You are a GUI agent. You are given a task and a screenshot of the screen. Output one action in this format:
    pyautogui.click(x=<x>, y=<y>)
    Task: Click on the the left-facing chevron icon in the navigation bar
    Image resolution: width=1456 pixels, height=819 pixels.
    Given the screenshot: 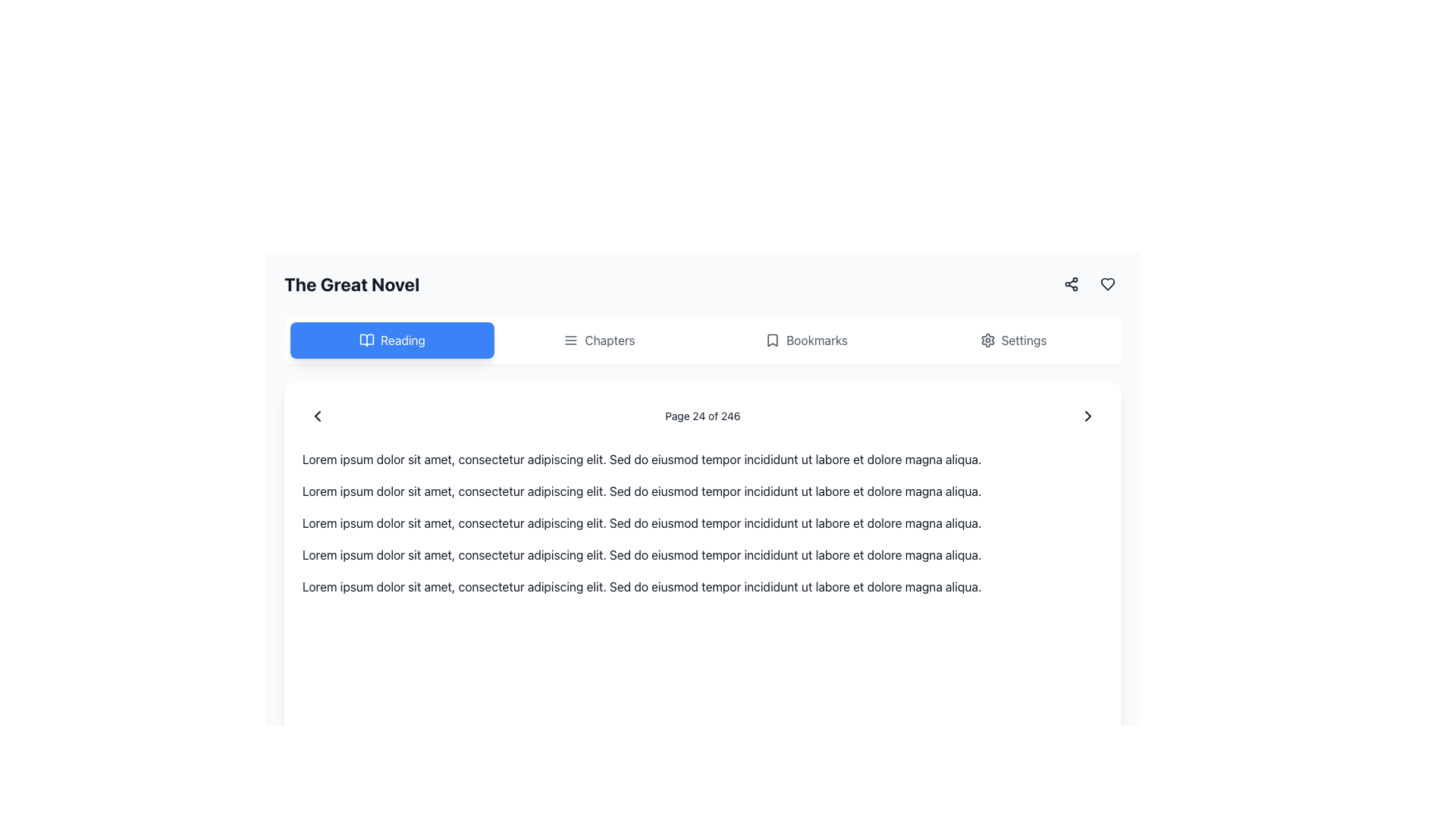 What is the action you would take?
    pyautogui.click(x=316, y=416)
    